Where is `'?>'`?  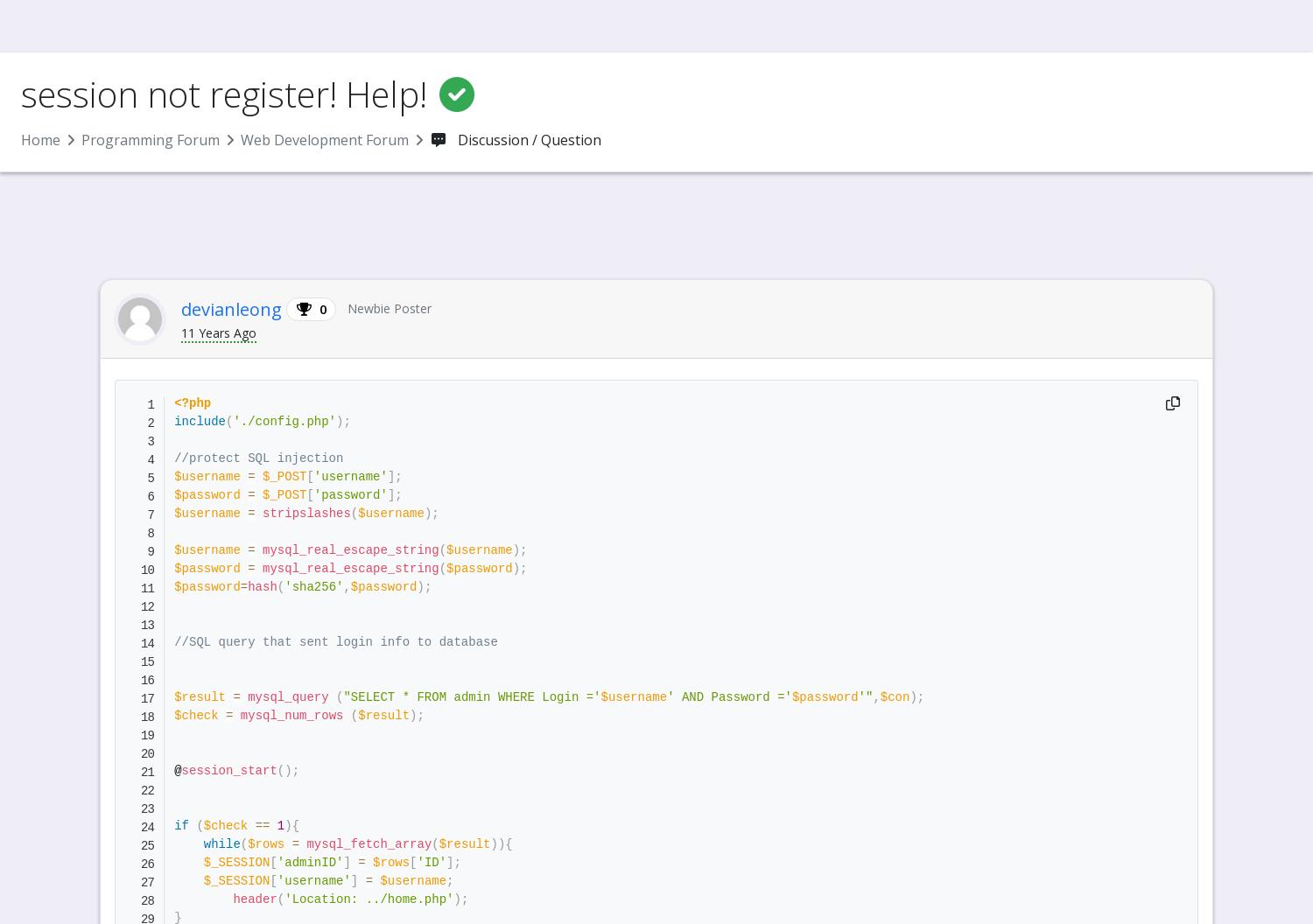
'?>' is located at coordinates (255, 169).